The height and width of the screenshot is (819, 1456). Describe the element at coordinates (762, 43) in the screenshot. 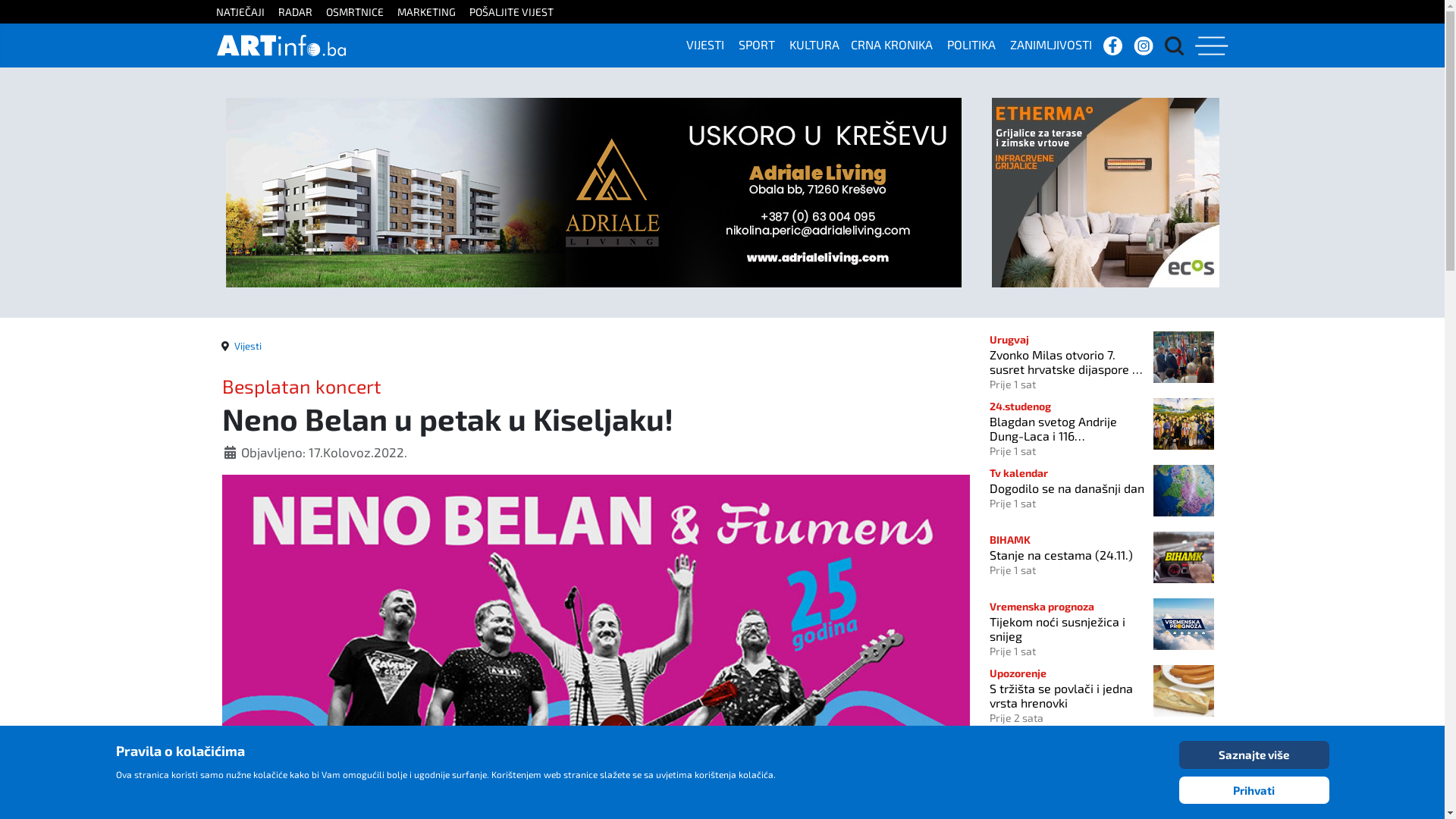

I see `'SPORT'` at that location.